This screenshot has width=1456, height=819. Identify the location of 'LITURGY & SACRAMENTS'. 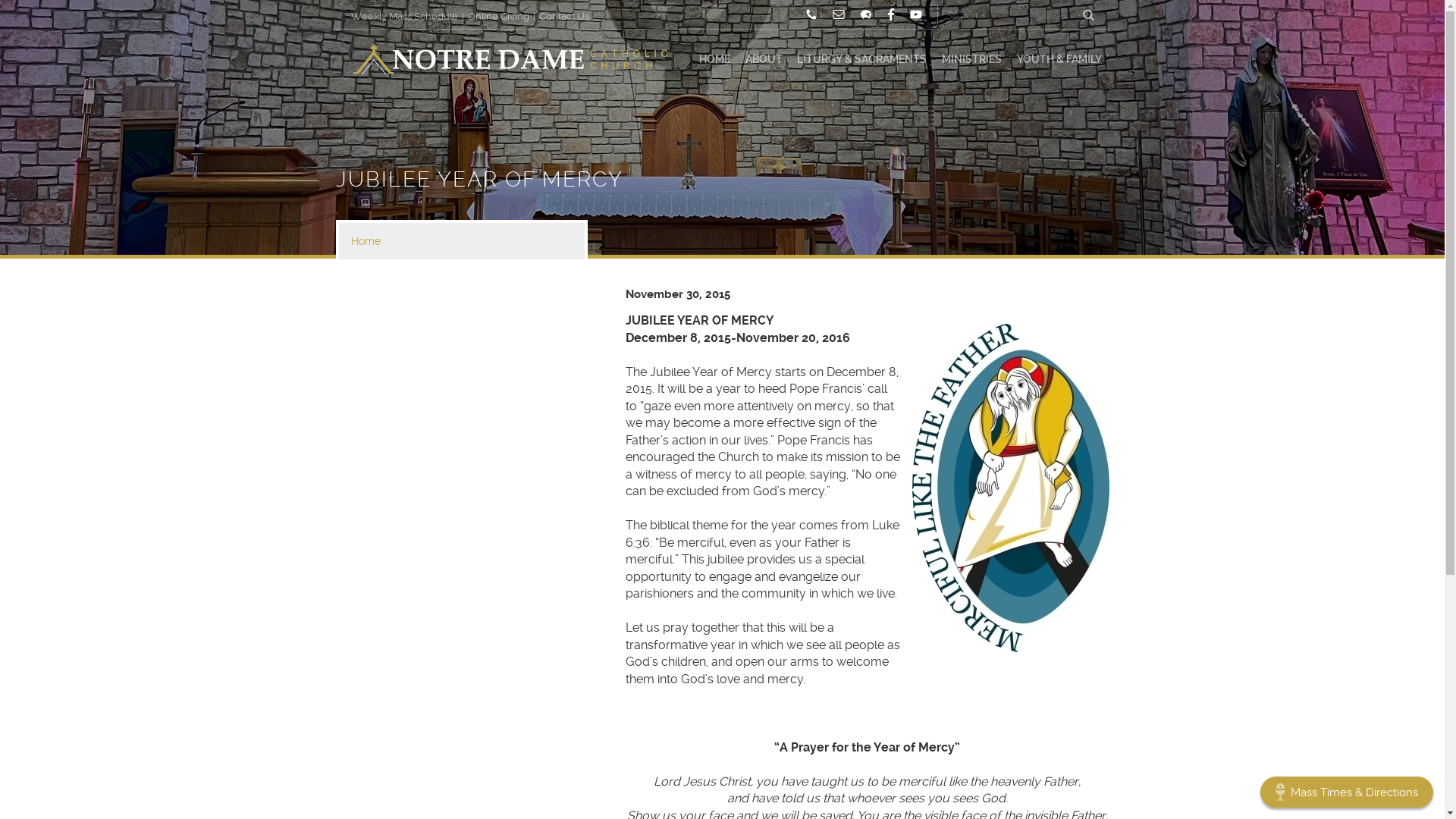
(862, 58).